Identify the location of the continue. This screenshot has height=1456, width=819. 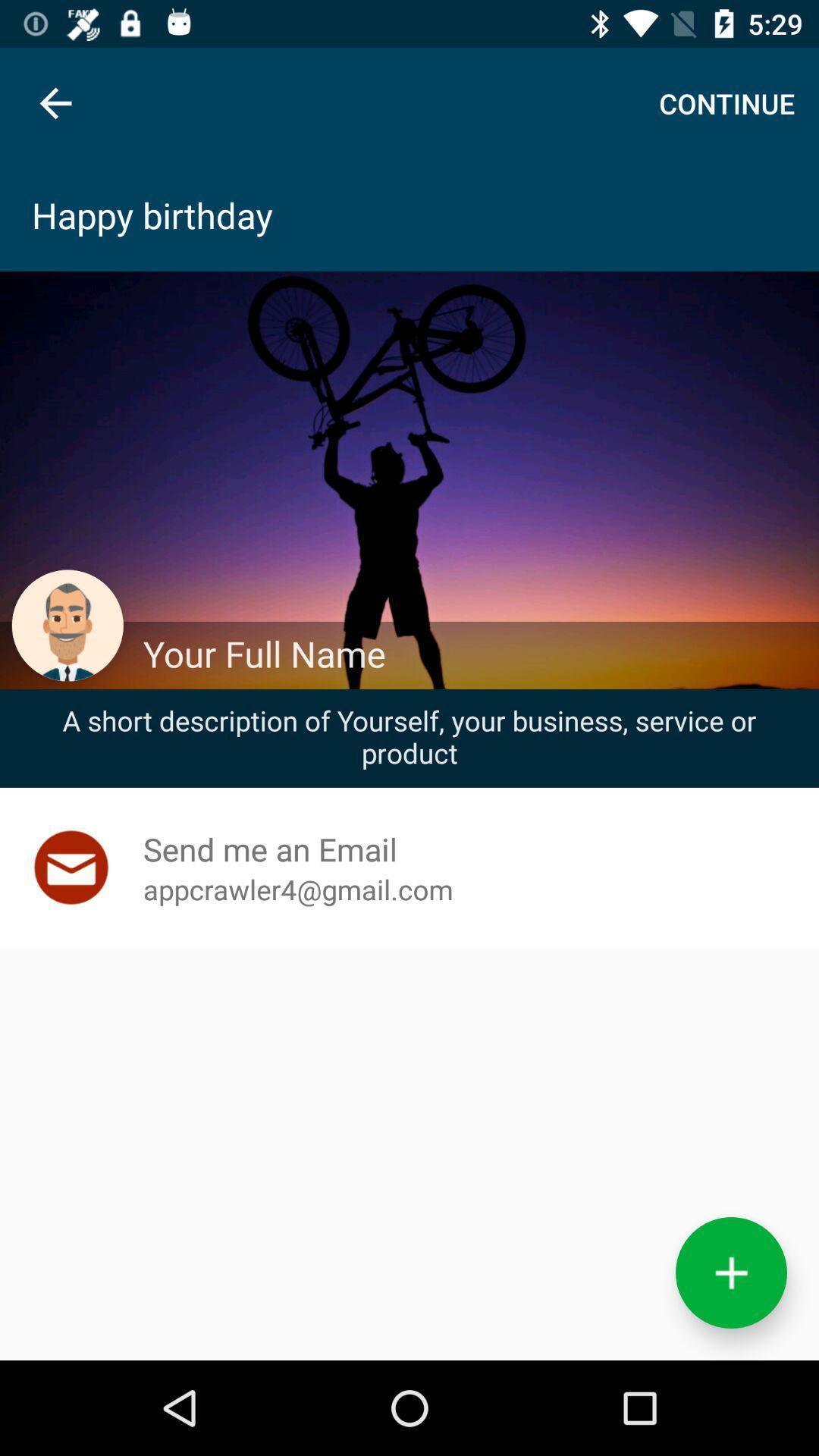
(726, 102).